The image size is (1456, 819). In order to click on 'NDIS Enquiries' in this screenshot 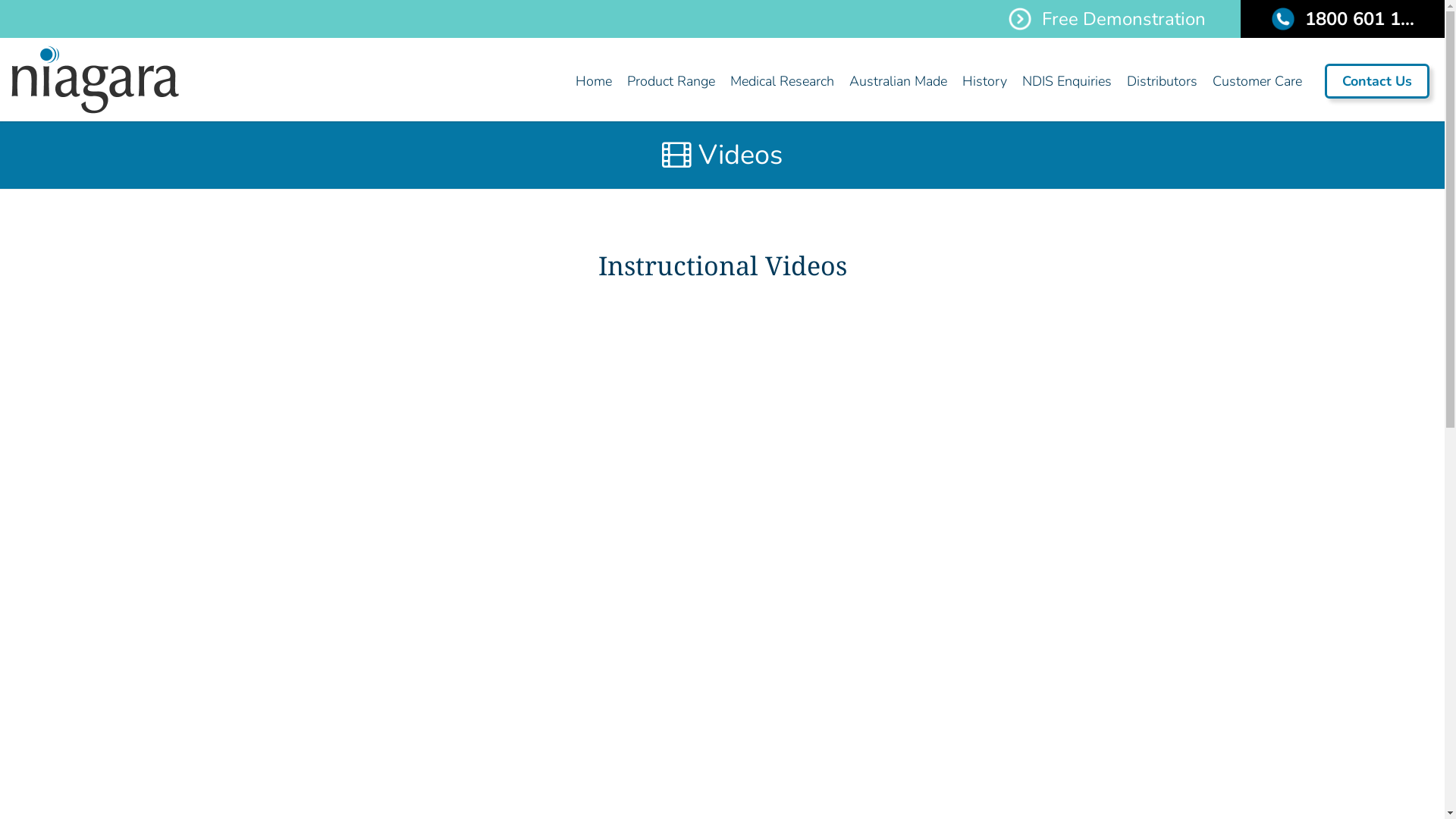, I will do `click(1065, 81)`.